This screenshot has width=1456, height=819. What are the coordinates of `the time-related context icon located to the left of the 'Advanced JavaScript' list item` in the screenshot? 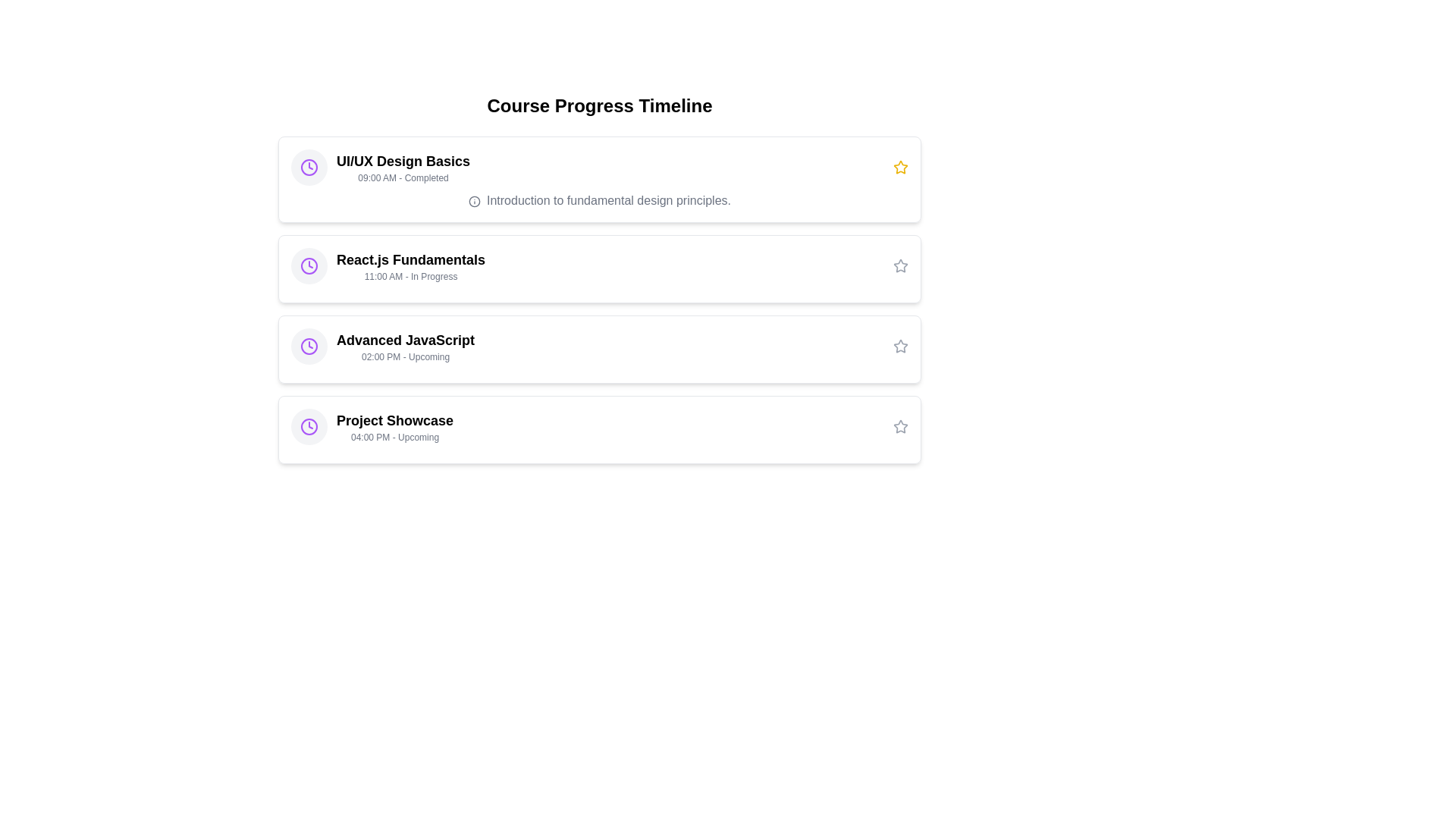 It's located at (309, 346).